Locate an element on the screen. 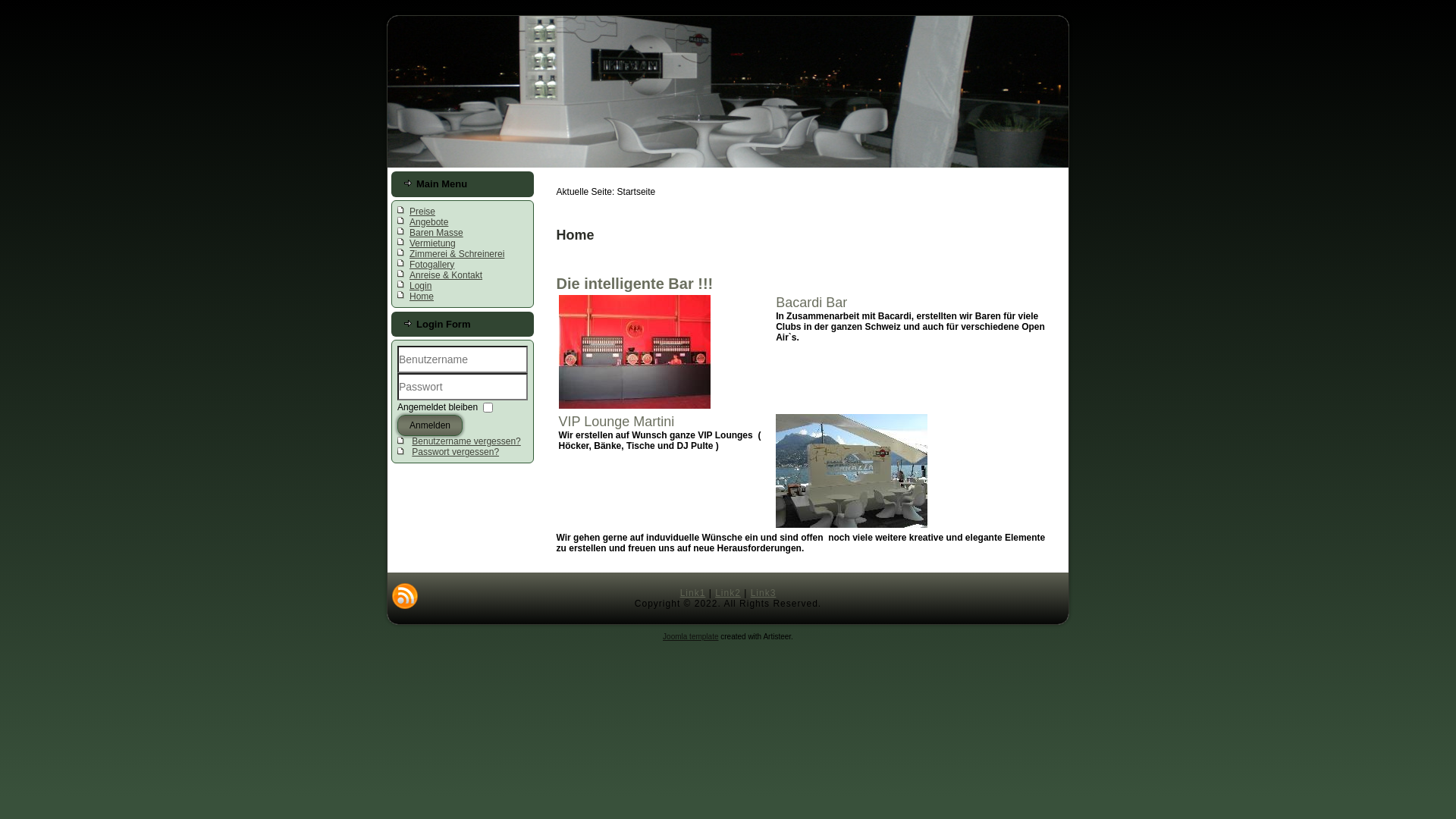  'Fotogallery' is located at coordinates (431, 263).